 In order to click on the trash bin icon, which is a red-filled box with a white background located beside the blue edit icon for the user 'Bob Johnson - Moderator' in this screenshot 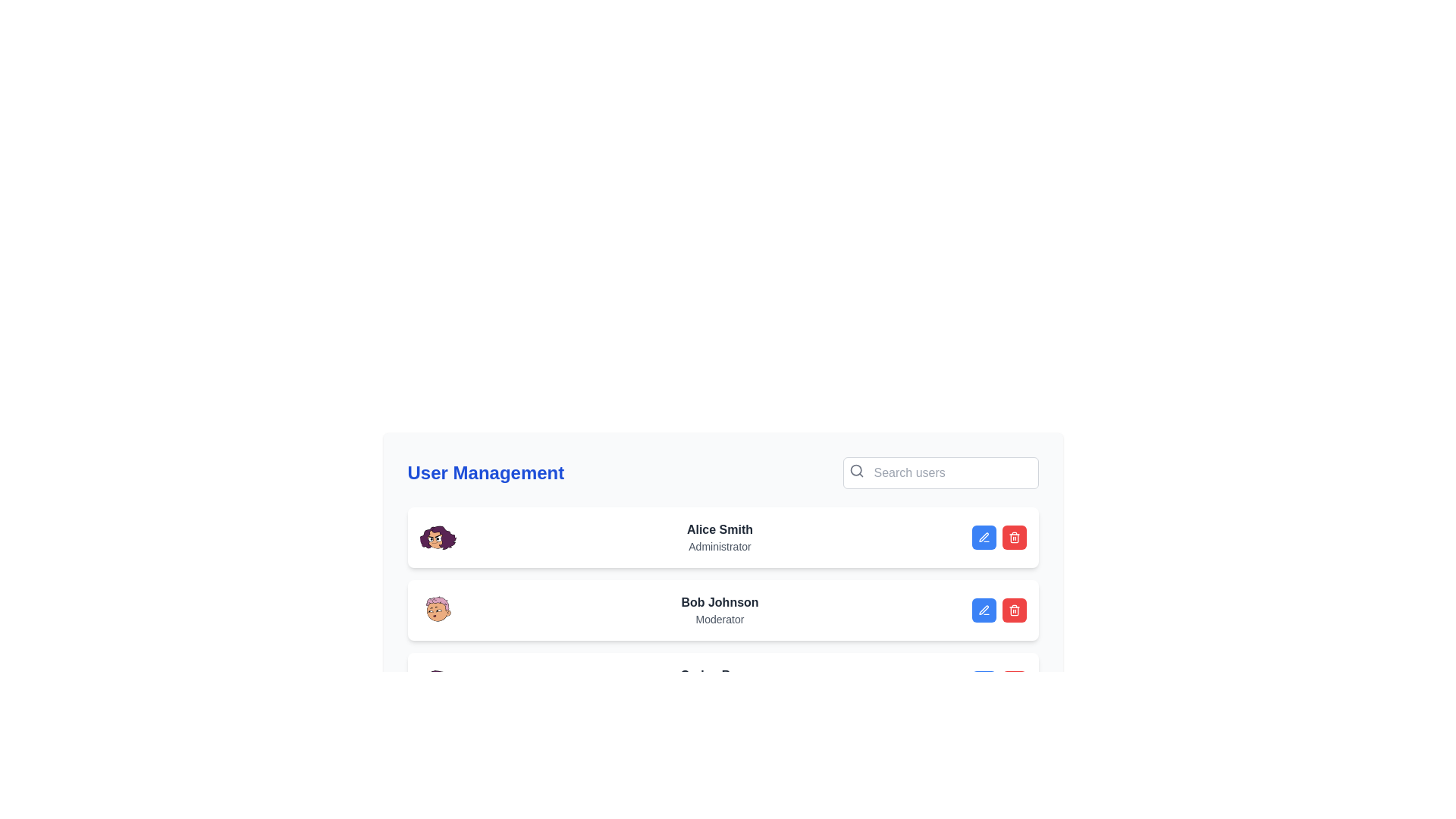, I will do `click(1014, 610)`.